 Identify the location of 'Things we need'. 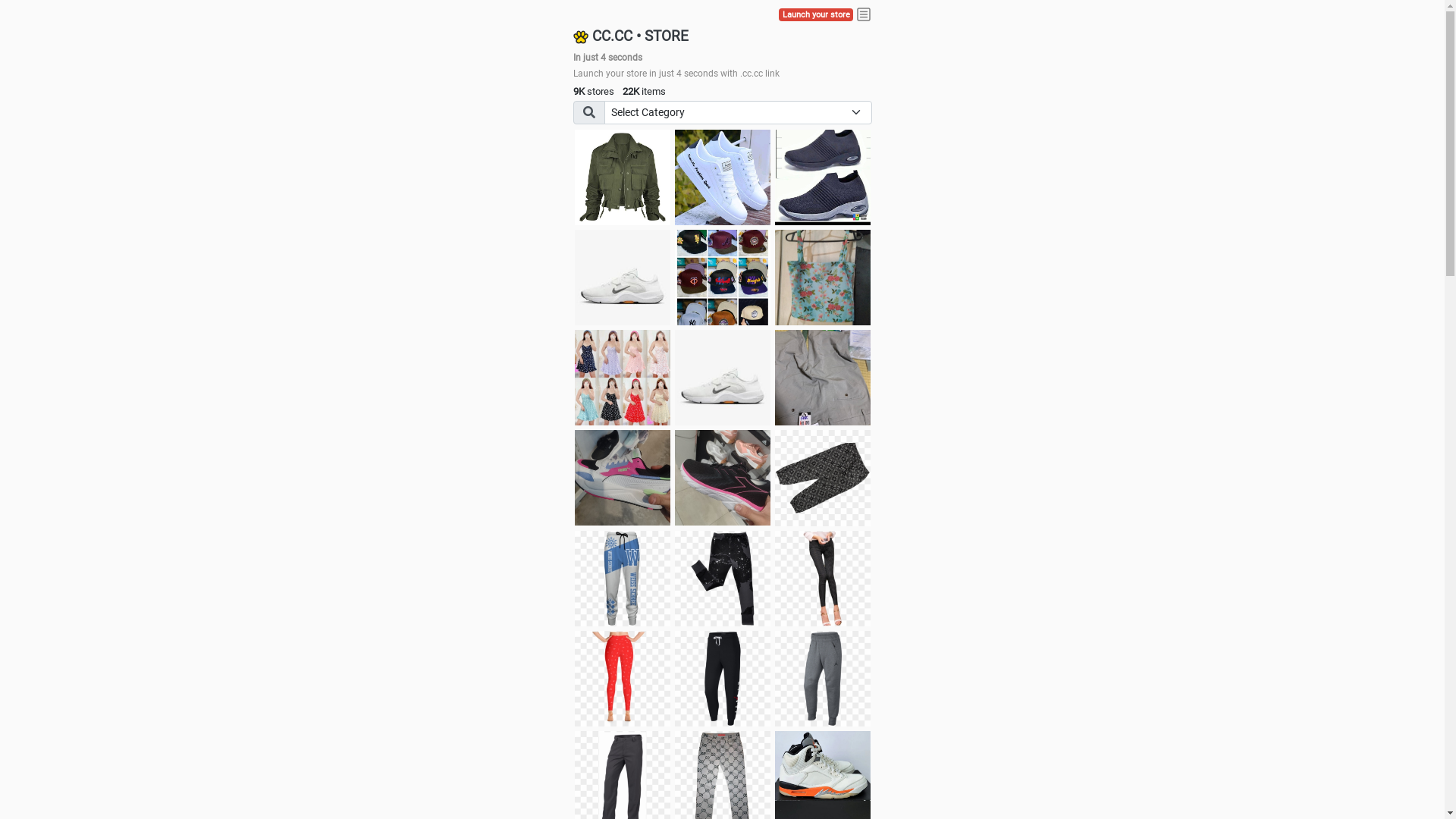
(722, 278).